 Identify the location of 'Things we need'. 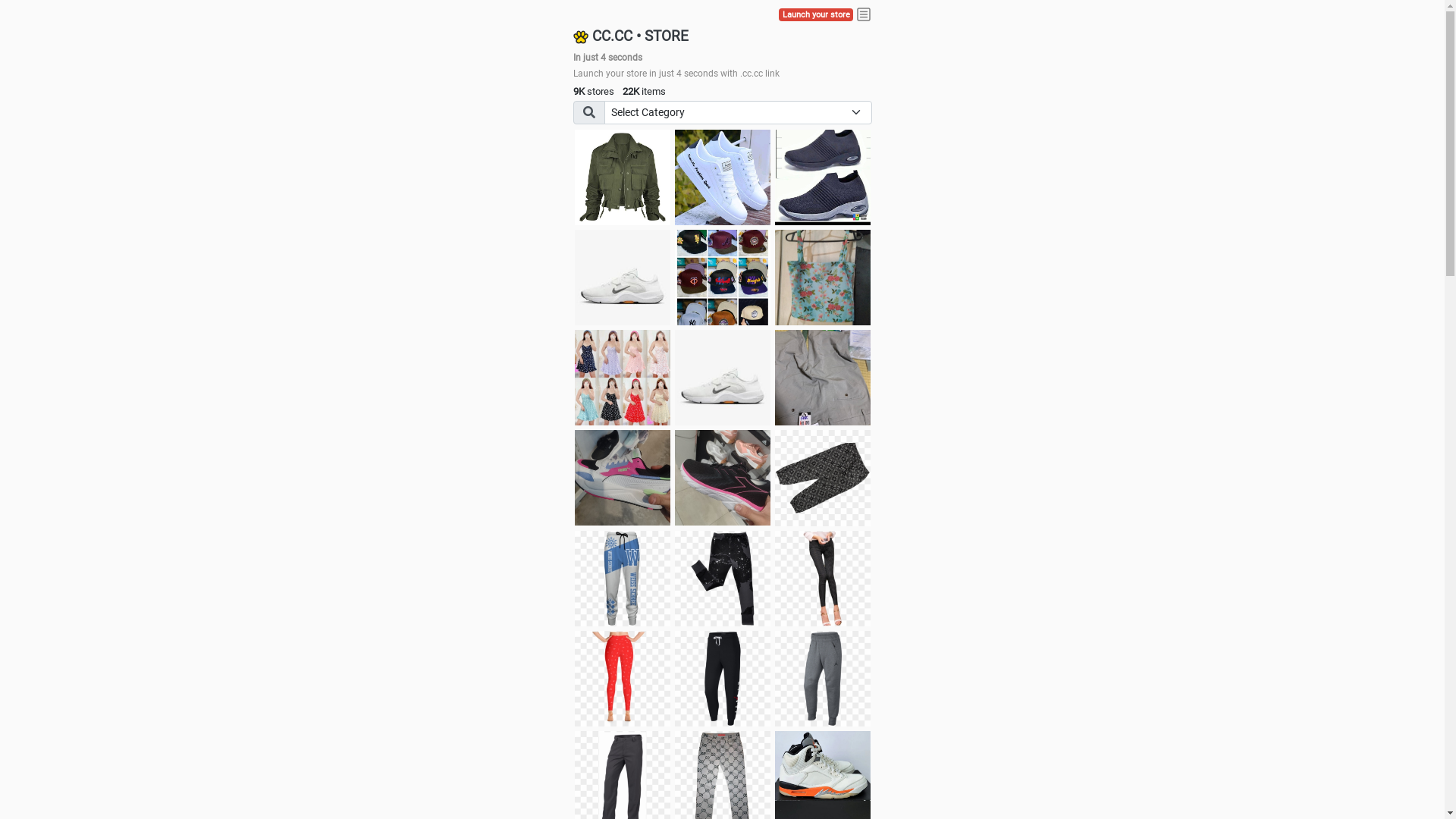
(722, 278).